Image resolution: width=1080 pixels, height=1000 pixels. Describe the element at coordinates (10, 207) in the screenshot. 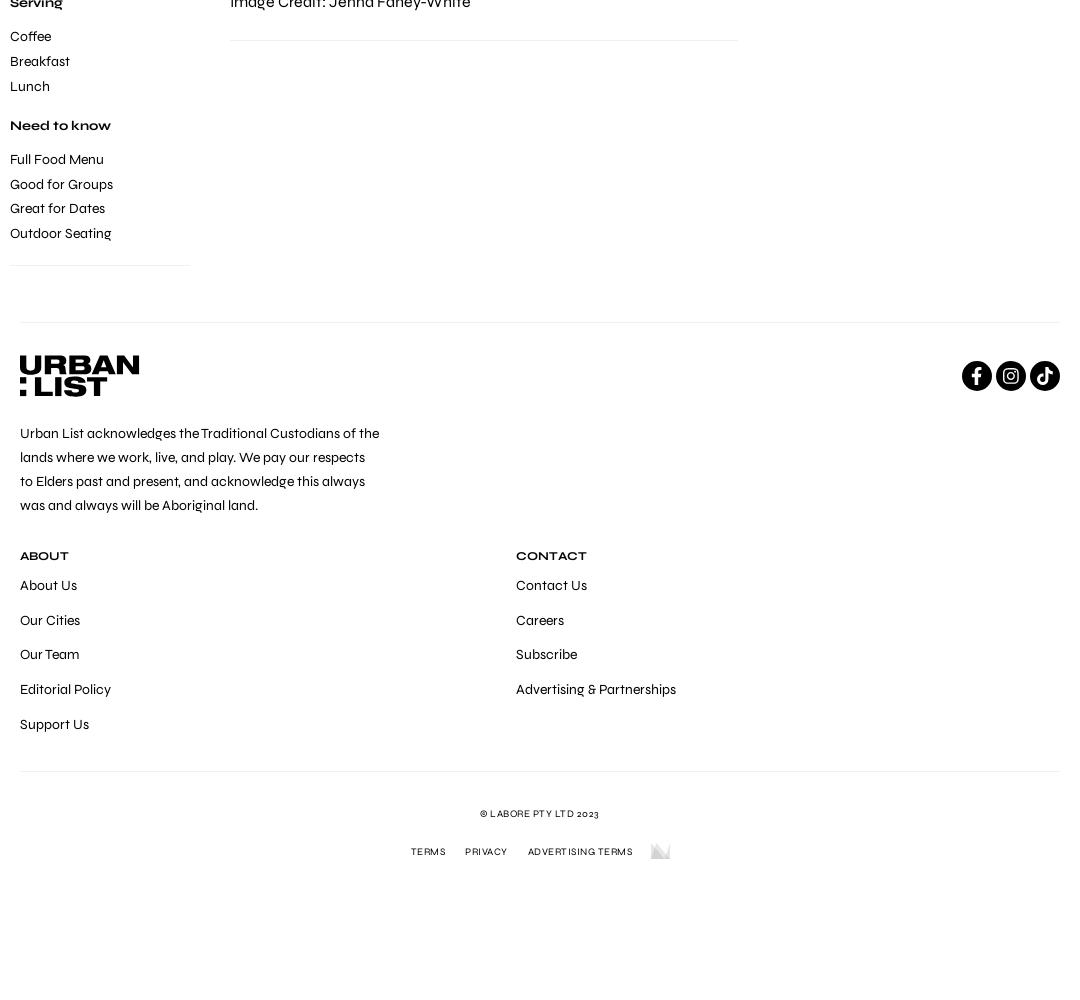

I see `'Great for Dates'` at that location.